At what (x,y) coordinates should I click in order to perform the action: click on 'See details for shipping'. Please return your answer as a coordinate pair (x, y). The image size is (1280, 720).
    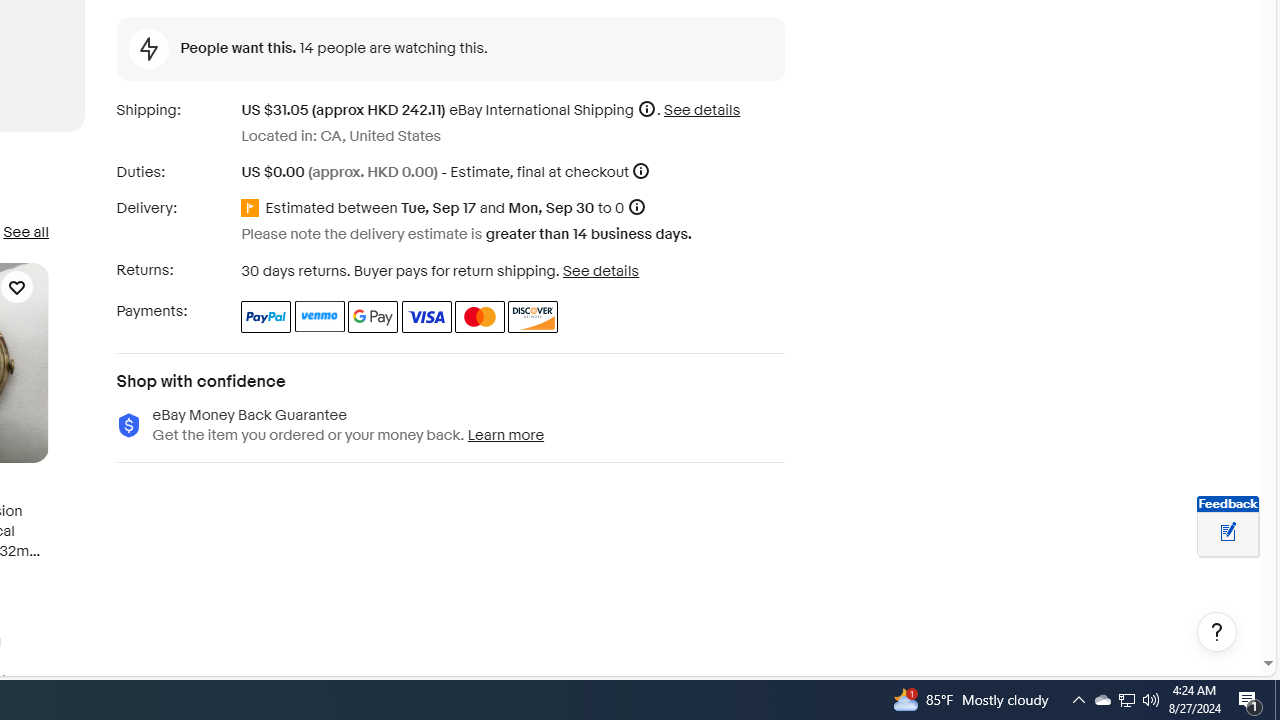
    Looking at the image, I should click on (702, 110).